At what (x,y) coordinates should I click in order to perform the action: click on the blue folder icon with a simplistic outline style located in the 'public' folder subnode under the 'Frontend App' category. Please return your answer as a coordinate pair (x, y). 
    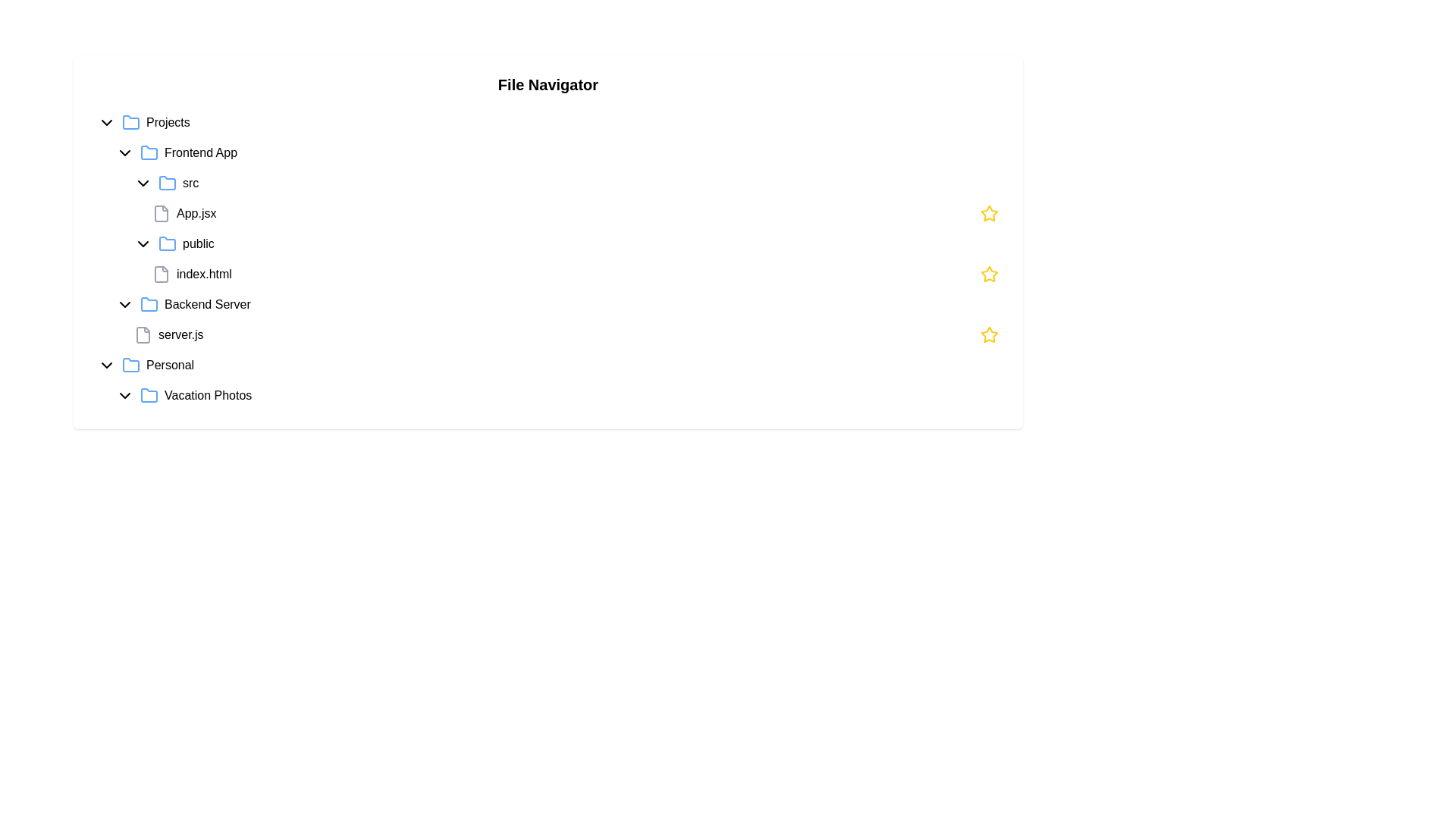
    Looking at the image, I should click on (167, 243).